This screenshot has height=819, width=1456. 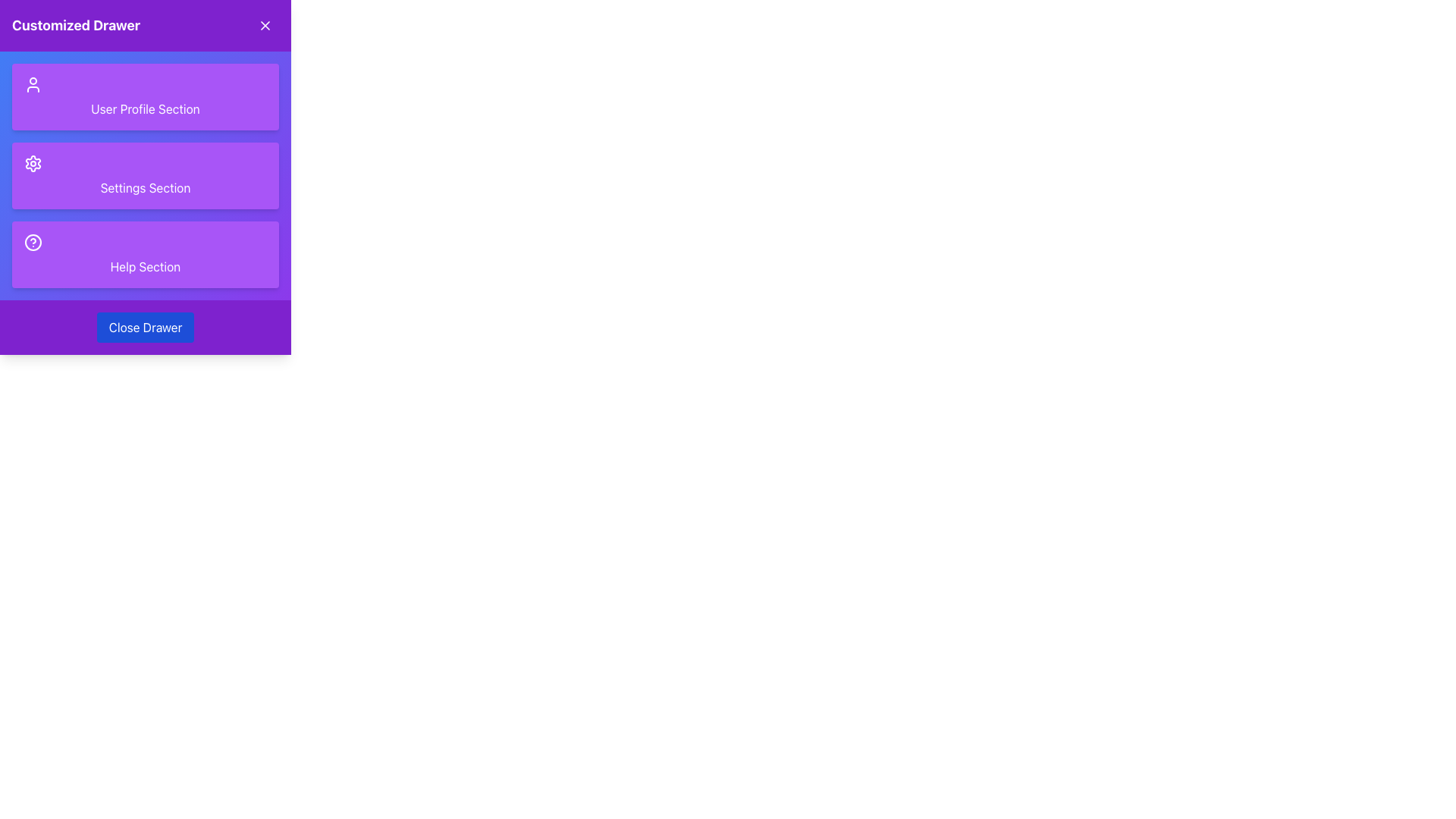 I want to click on the close button located at the bottom of the 'Customized Drawer' to observe its hover state, so click(x=146, y=327).